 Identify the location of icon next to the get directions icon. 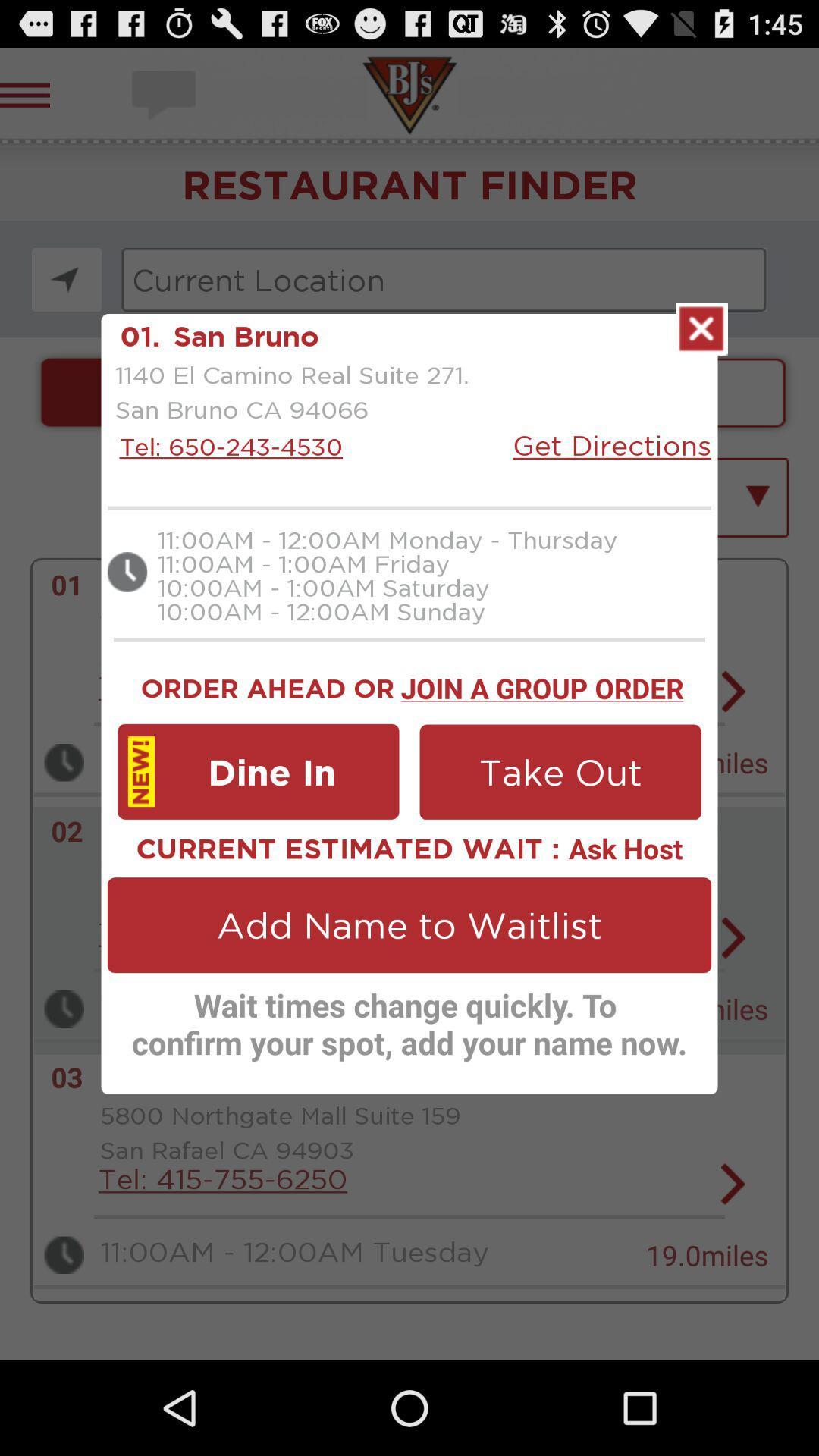
(227, 446).